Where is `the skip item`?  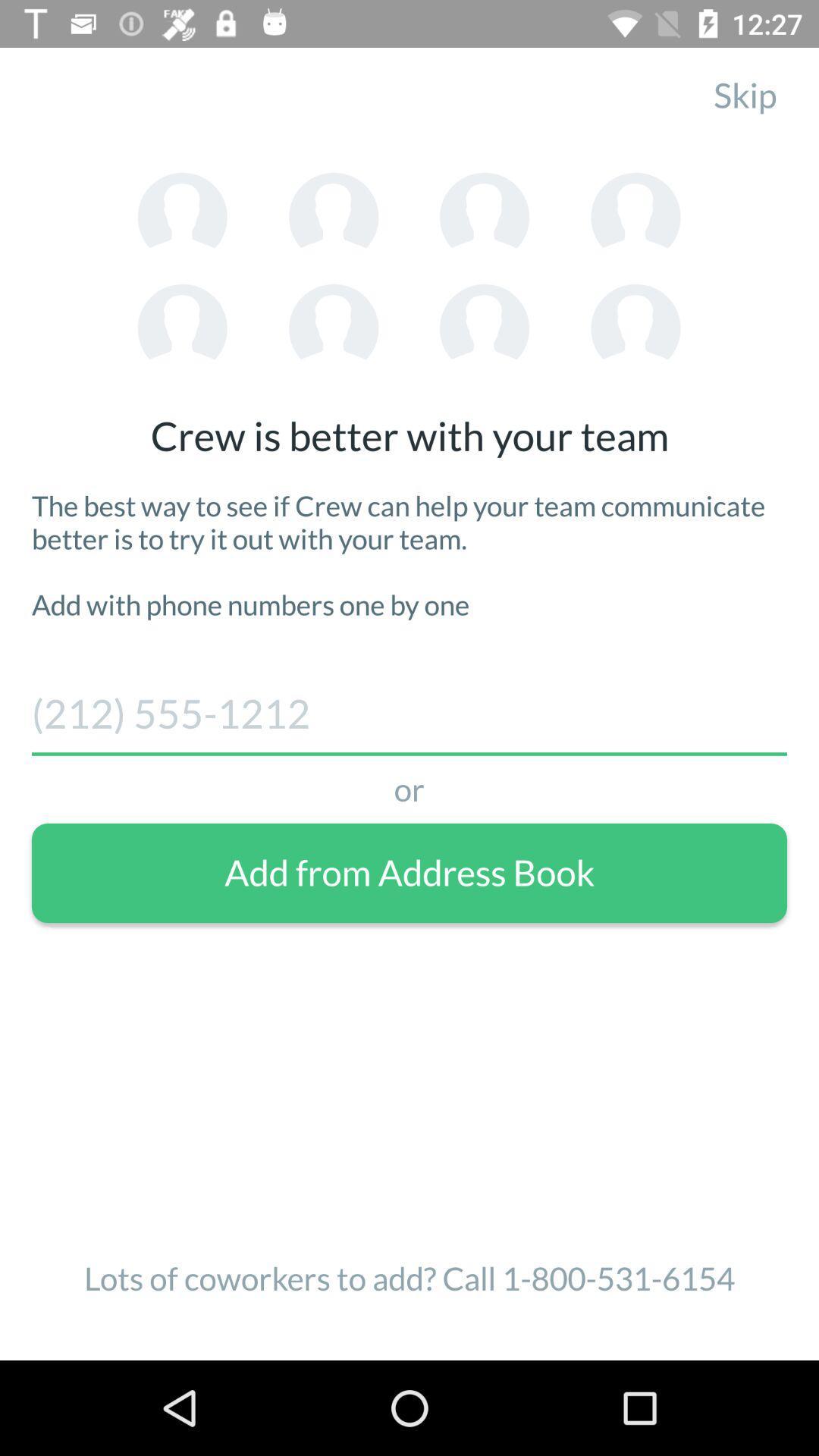
the skip item is located at coordinates (761, 94).